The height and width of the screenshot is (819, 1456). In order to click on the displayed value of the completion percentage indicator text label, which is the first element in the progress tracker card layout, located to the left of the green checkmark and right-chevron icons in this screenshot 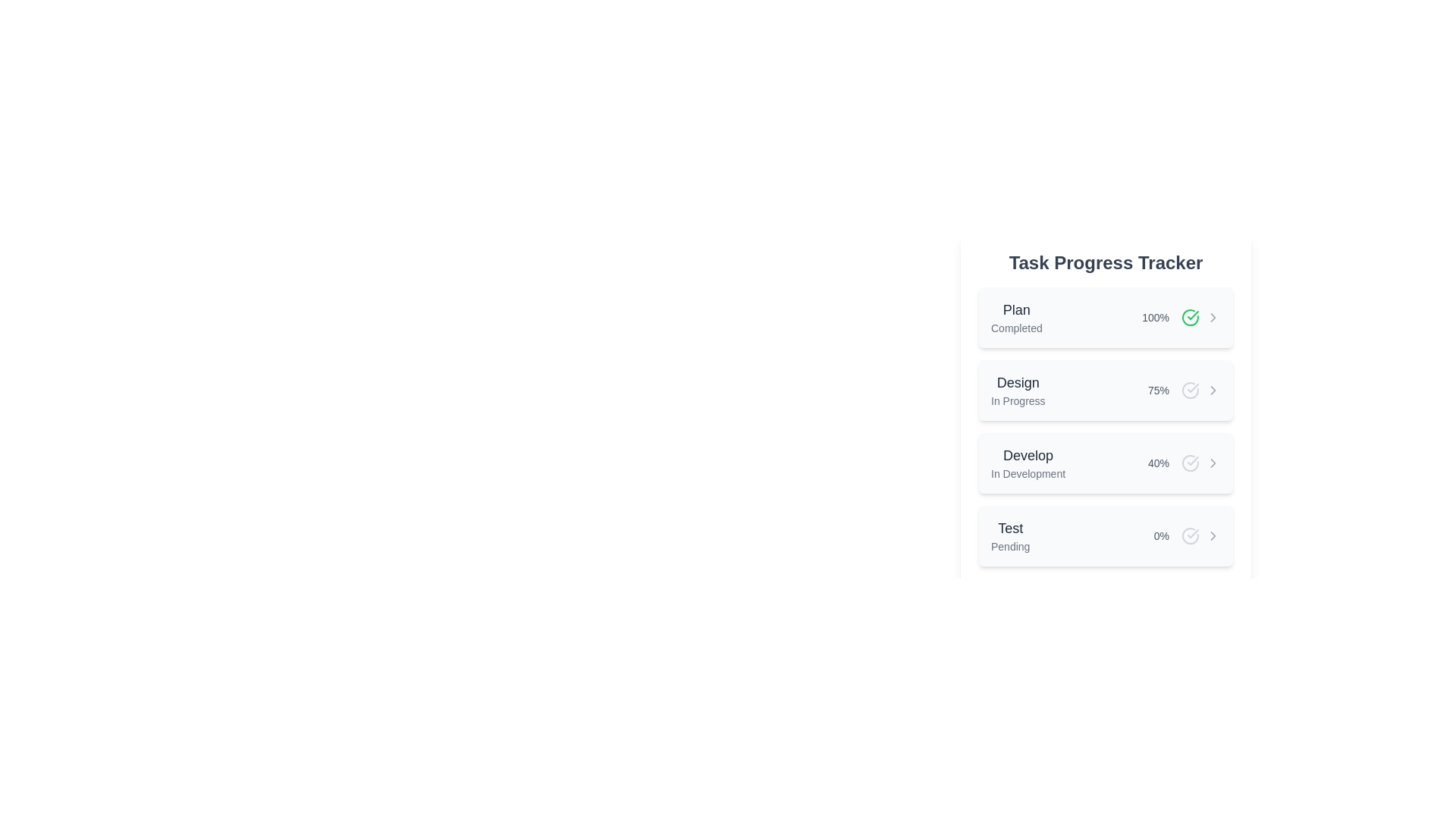, I will do `click(1155, 317)`.